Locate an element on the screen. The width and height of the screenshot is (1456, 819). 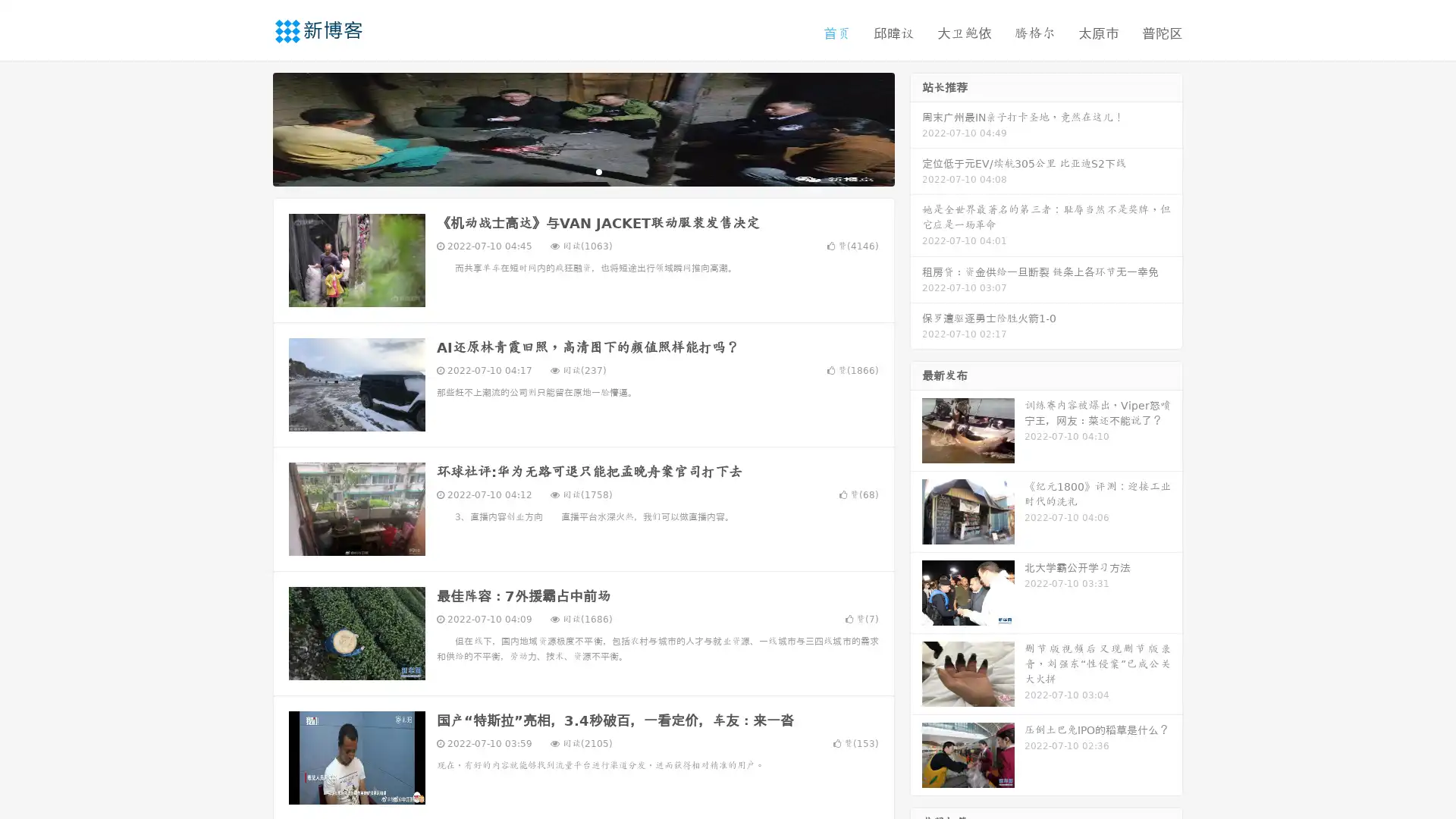
Previous slide is located at coordinates (250, 127).